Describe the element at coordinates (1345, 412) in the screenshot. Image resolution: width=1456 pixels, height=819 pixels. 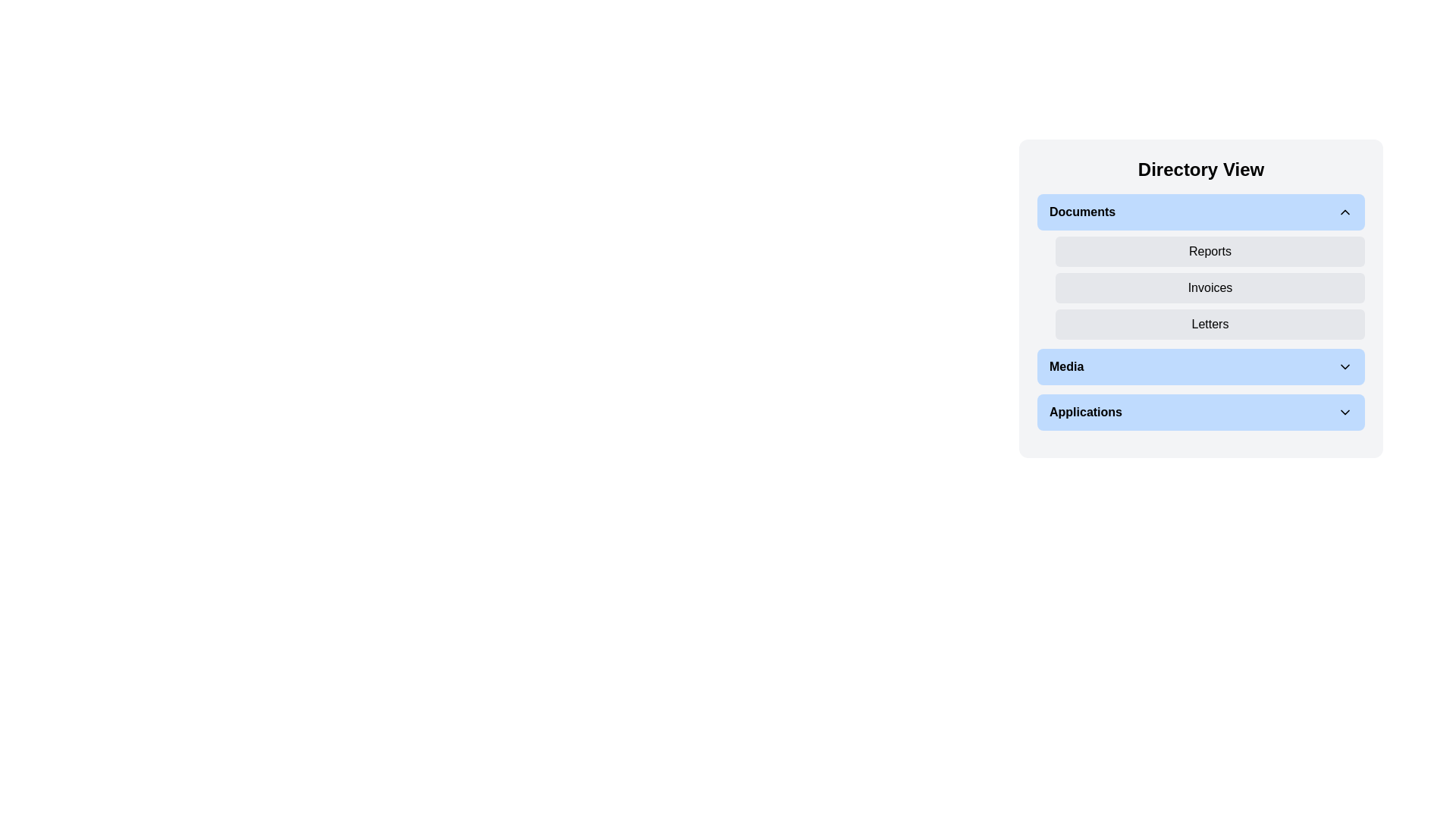
I see `the chevron icon located at the bottom right corner of the 'Applications' button in the 'Directory View' panel` at that location.